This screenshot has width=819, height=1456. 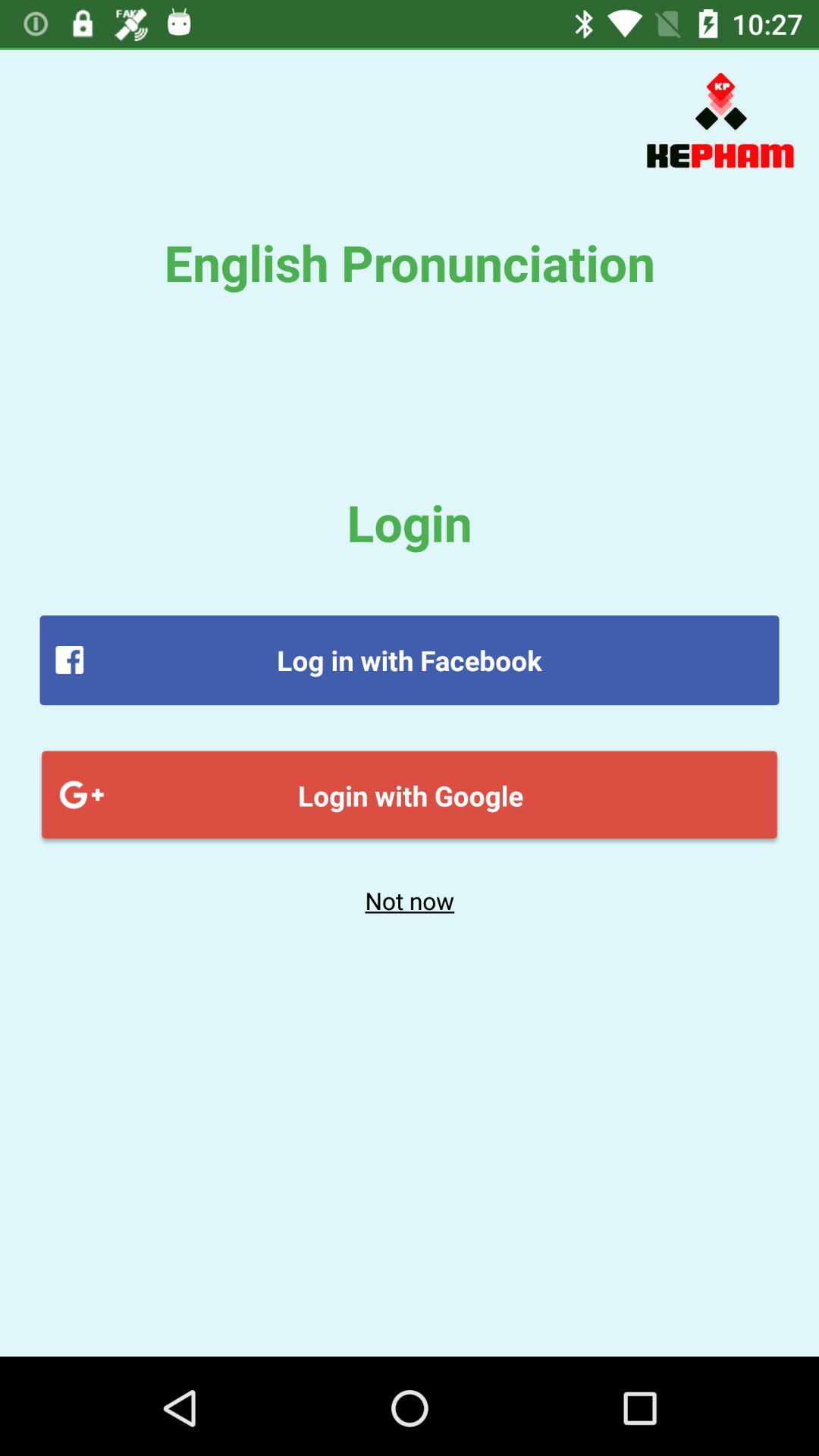 What do you see at coordinates (409, 660) in the screenshot?
I see `the item above login with google icon` at bounding box center [409, 660].